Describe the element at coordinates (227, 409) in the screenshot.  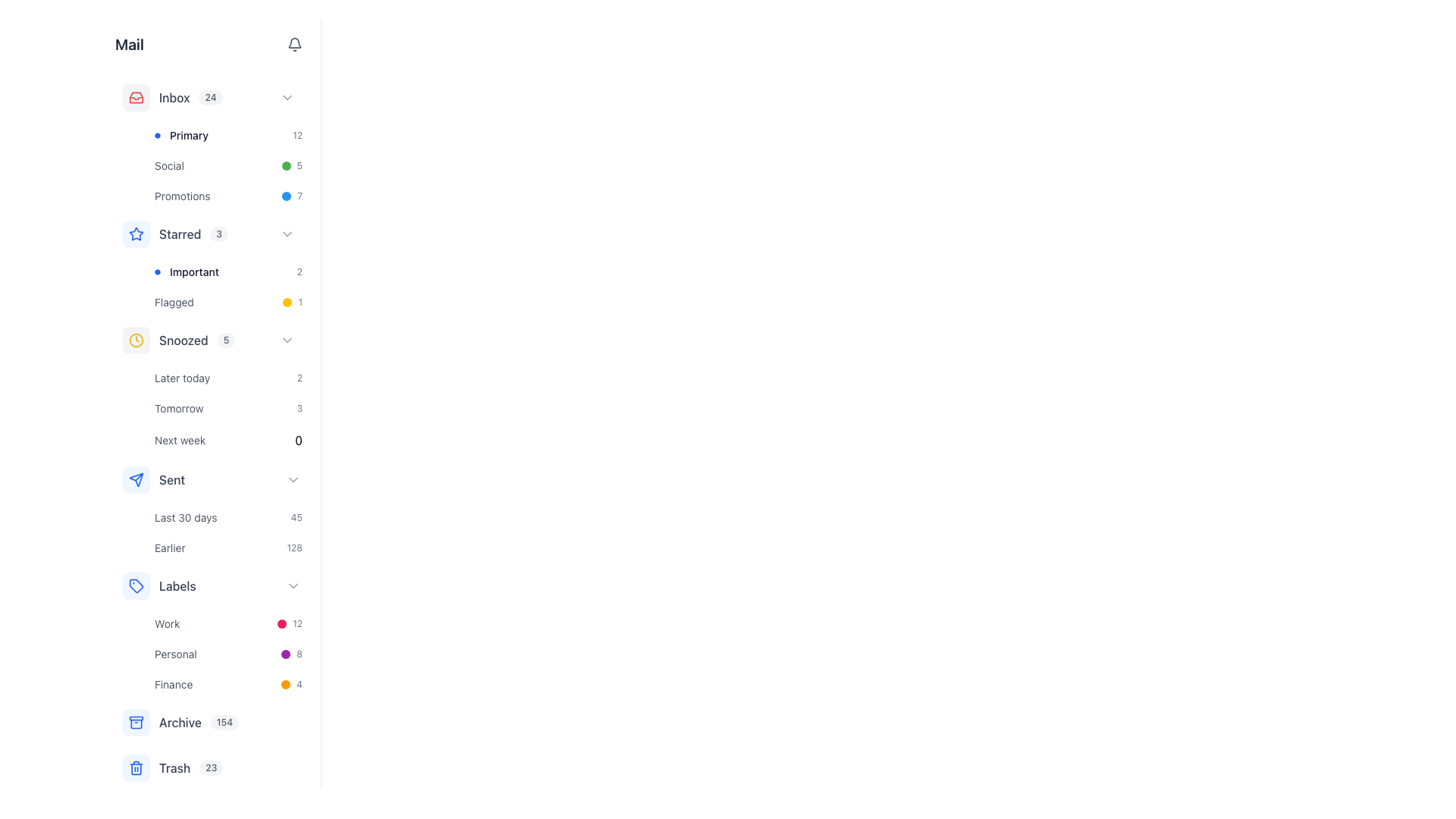
I see `the 'Tomorrow' scheduling option in the list item located beneath the 'Snoozed' section` at that location.